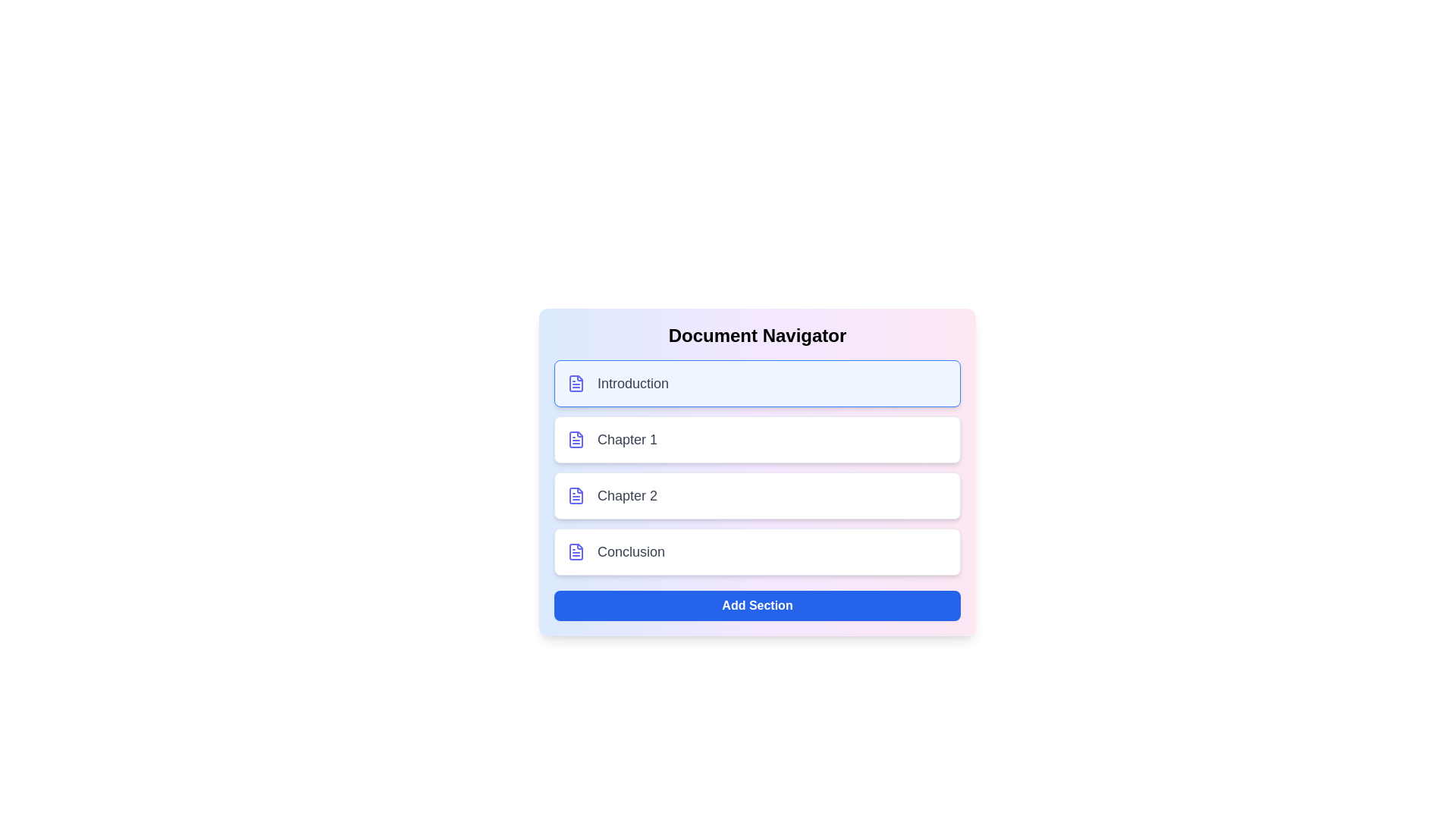  I want to click on the section corresponding to Conclusion by clicking on its list item, so click(757, 552).